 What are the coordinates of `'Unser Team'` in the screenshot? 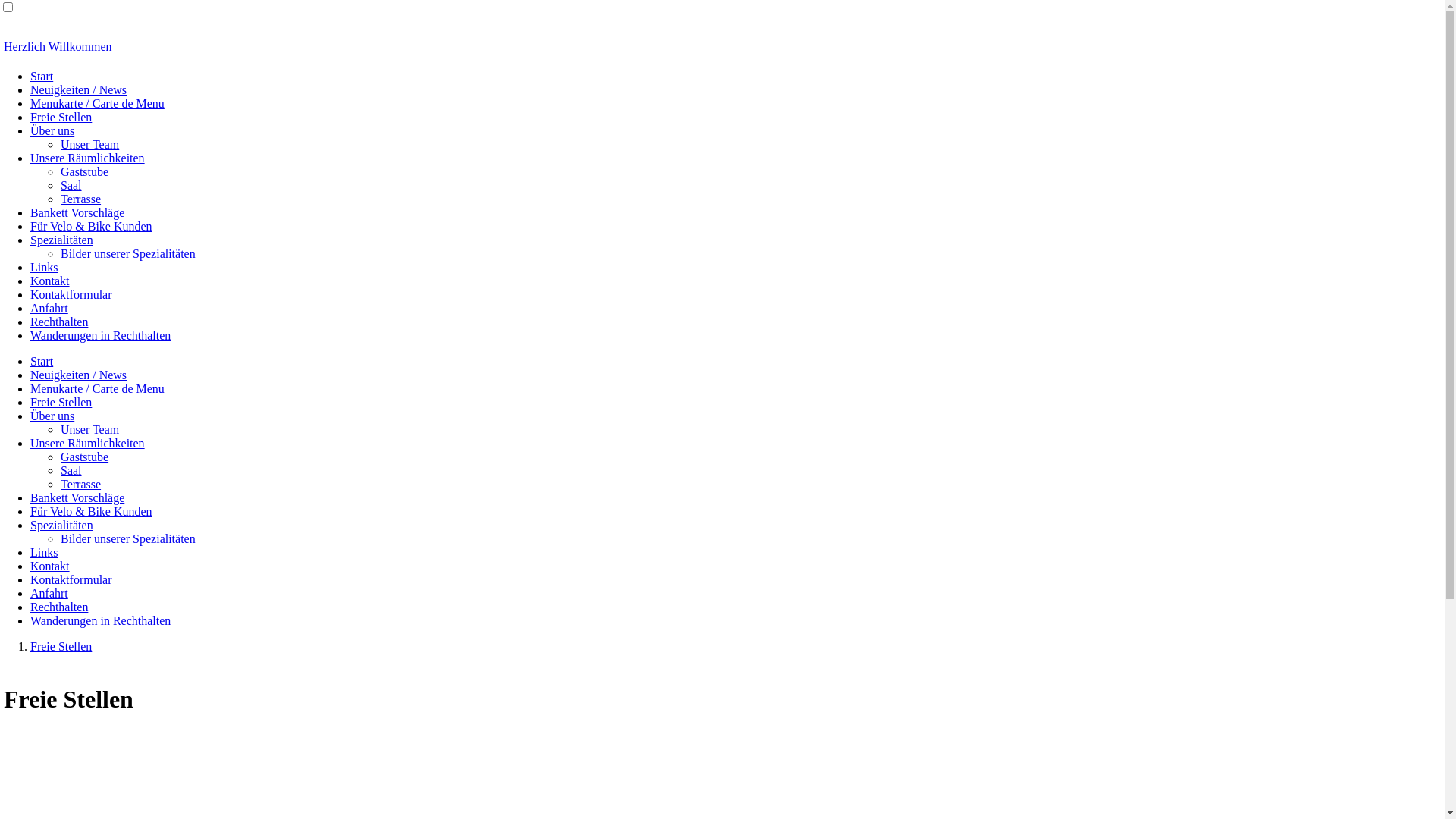 It's located at (89, 429).